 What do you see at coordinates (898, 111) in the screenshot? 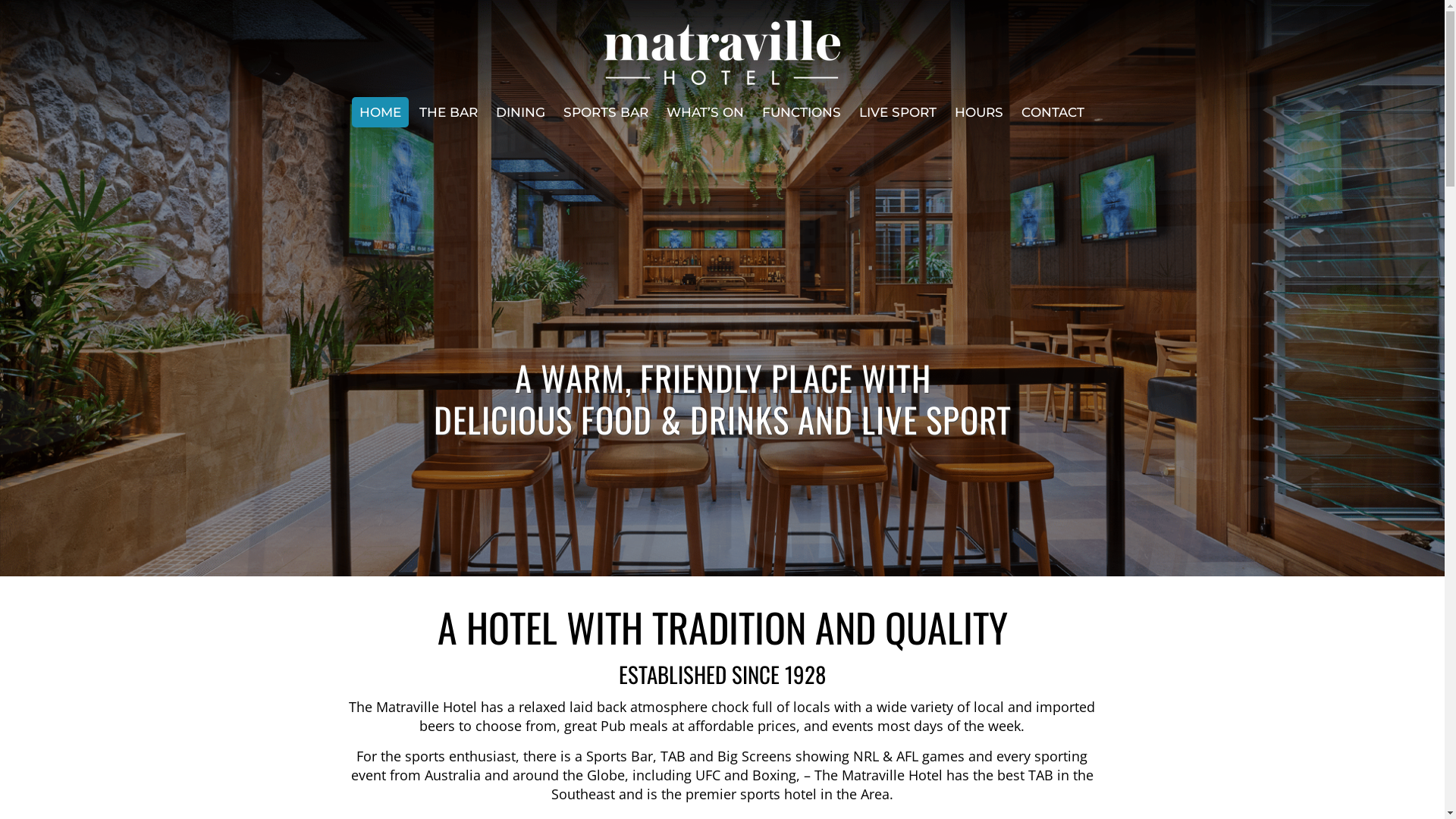
I see `'LIVE SPORT'` at bounding box center [898, 111].